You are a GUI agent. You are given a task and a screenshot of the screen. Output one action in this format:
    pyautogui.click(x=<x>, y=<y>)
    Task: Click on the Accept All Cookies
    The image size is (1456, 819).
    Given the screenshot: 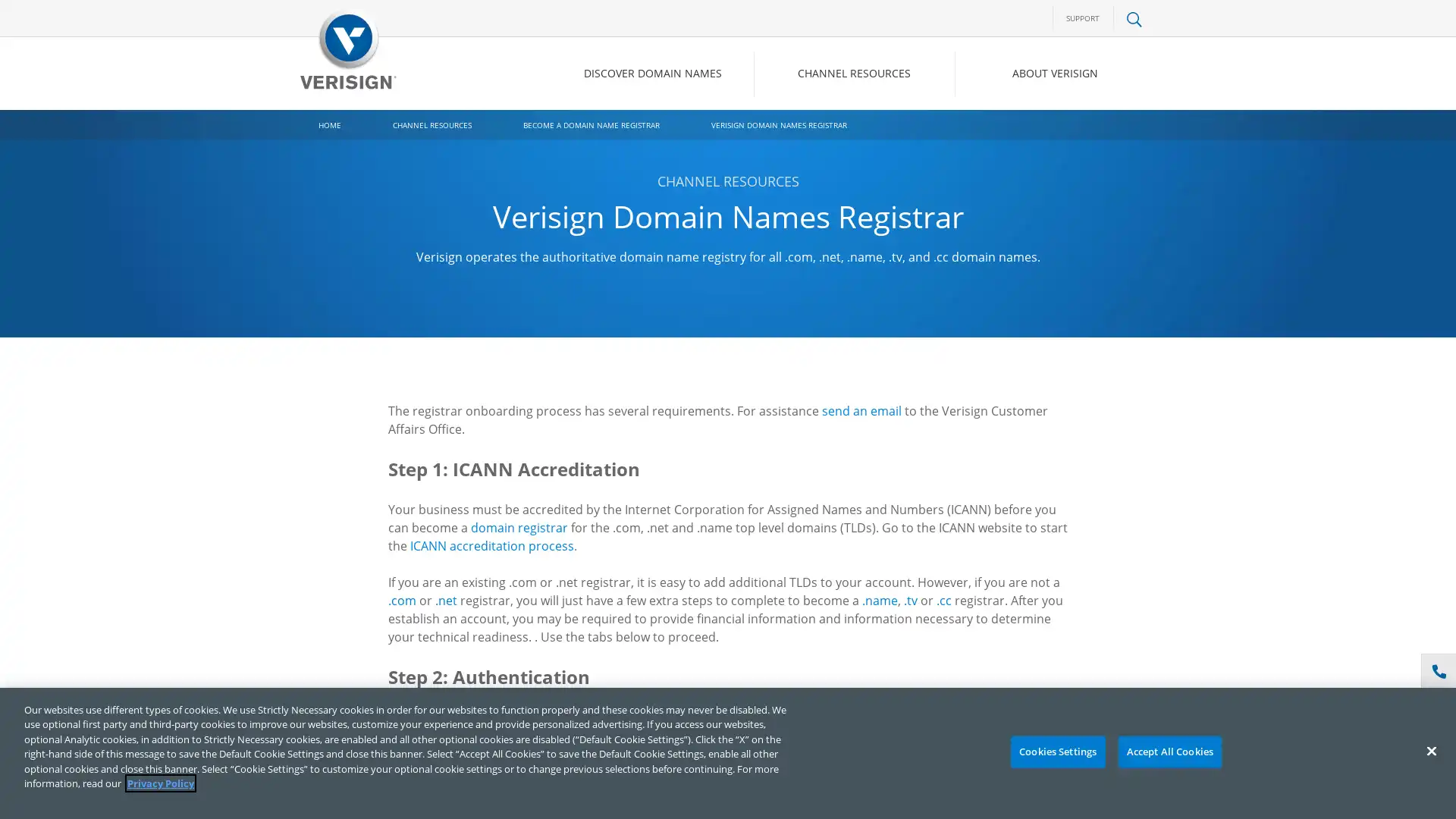 What is the action you would take?
    pyautogui.click(x=1169, y=752)
    